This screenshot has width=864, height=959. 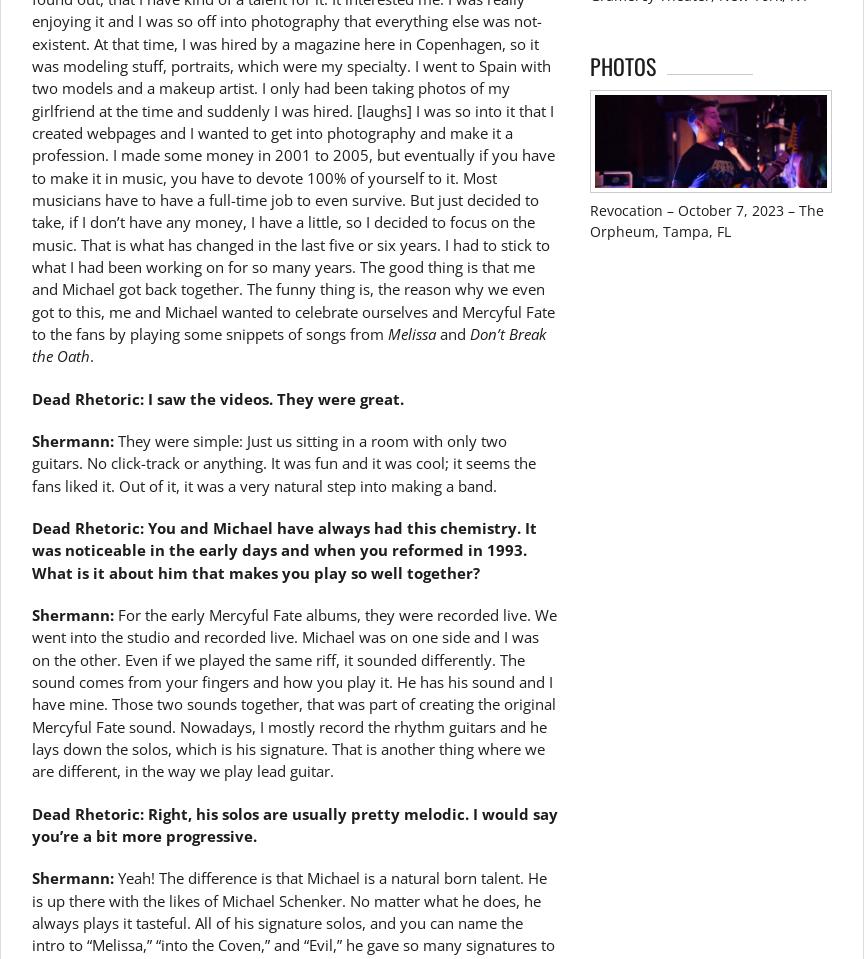 What do you see at coordinates (90, 356) in the screenshot?
I see `'.'` at bounding box center [90, 356].